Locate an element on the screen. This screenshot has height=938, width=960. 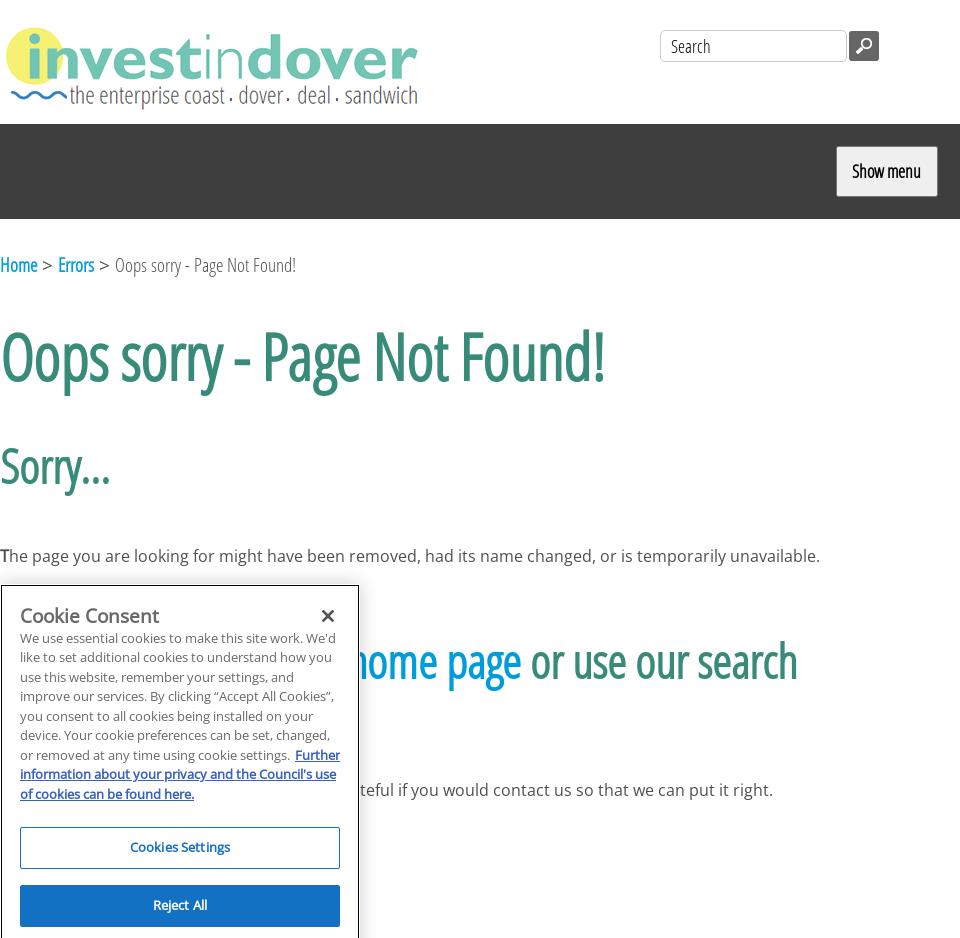
'Please navigate to our' is located at coordinates (172, 659).